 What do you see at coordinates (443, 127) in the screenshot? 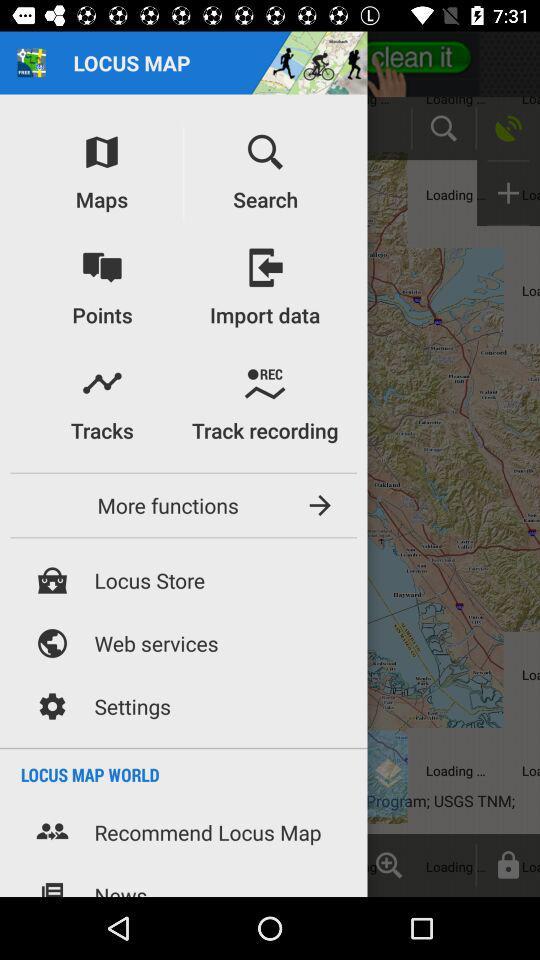
I see `the search icon` at bounding box center [443, 127].